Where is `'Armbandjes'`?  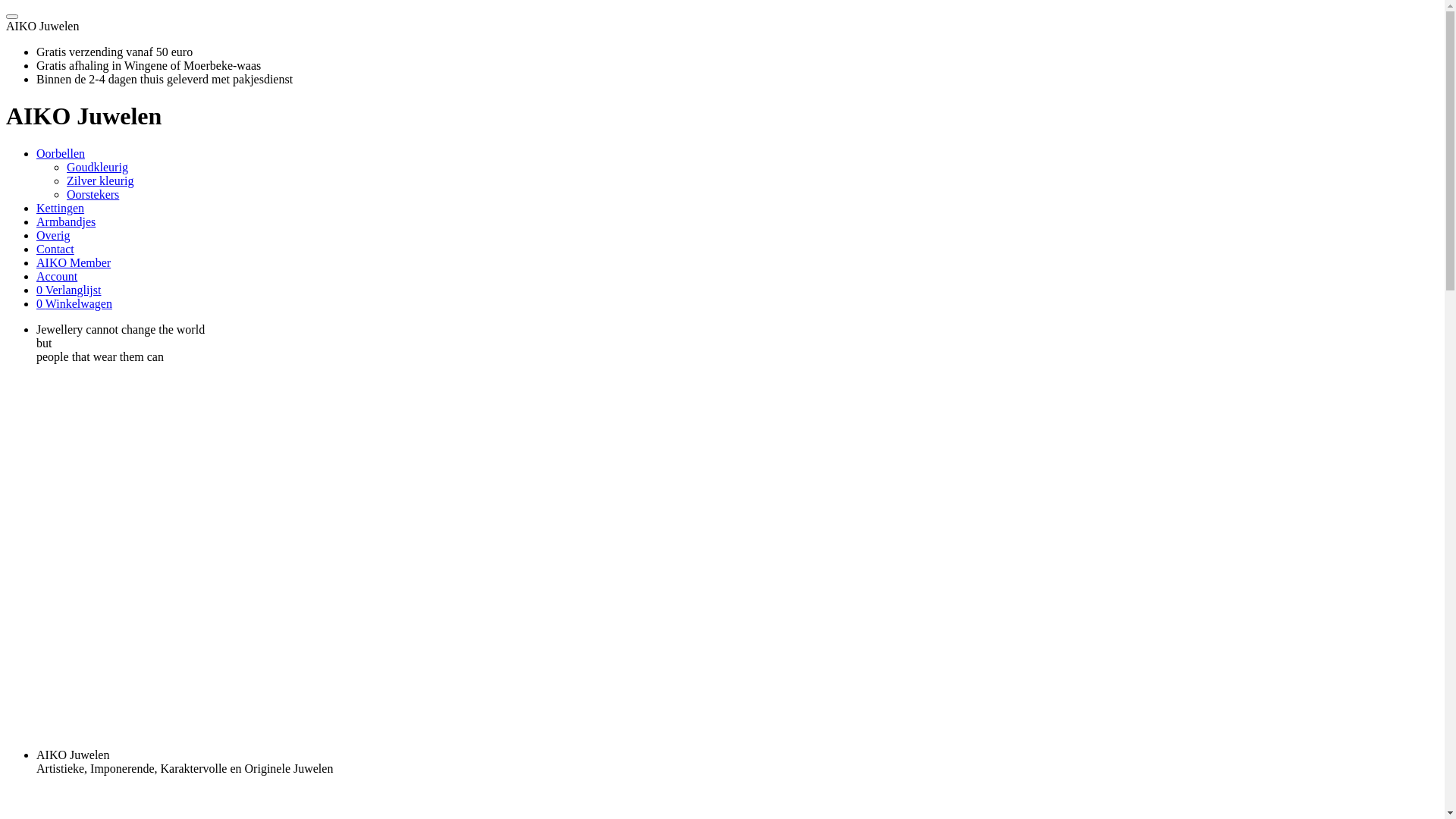 'Armbandjes' is located at coordinates (36, 221).